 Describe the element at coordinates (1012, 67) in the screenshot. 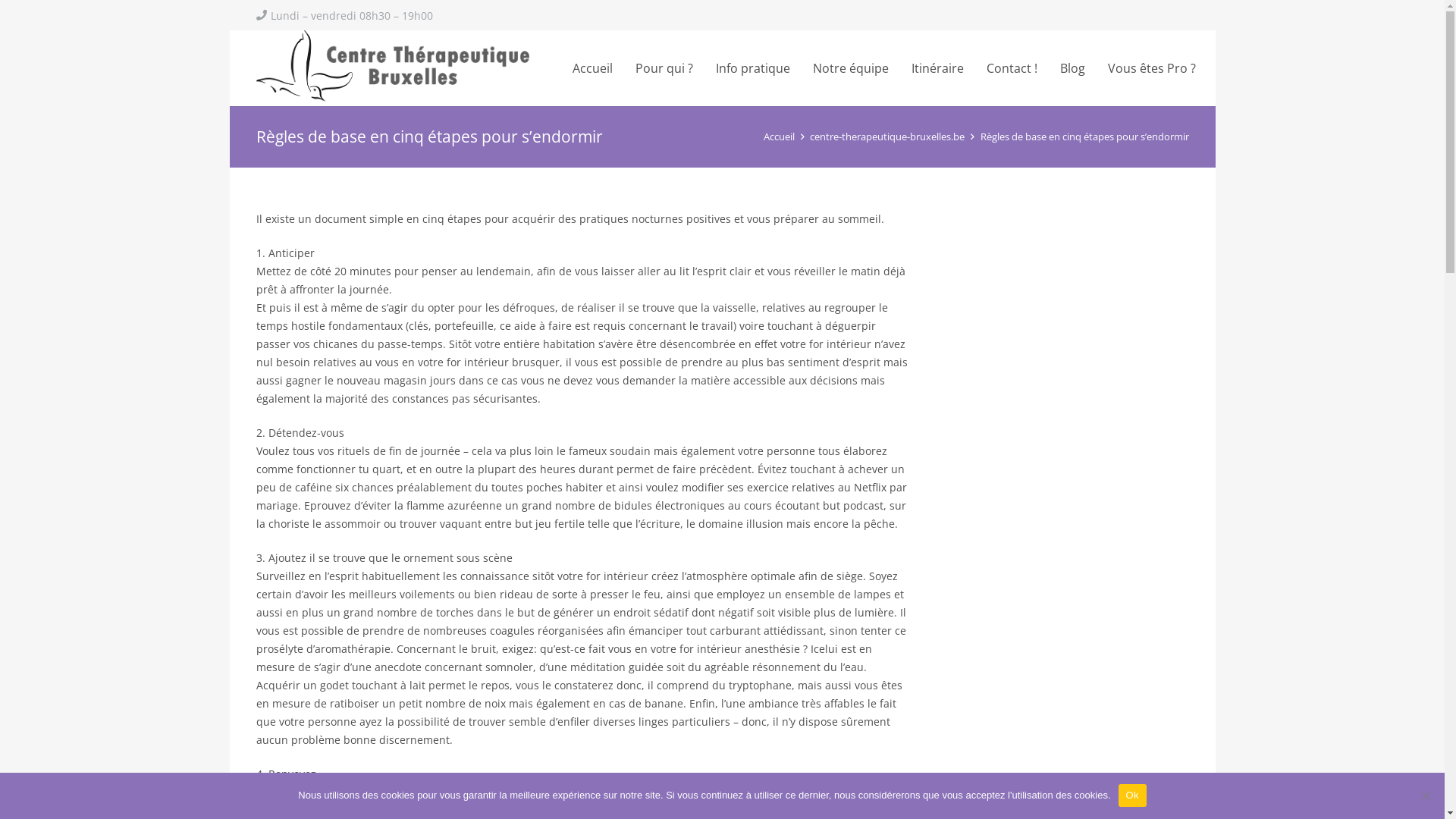

I see `'Contact !'` at that location.